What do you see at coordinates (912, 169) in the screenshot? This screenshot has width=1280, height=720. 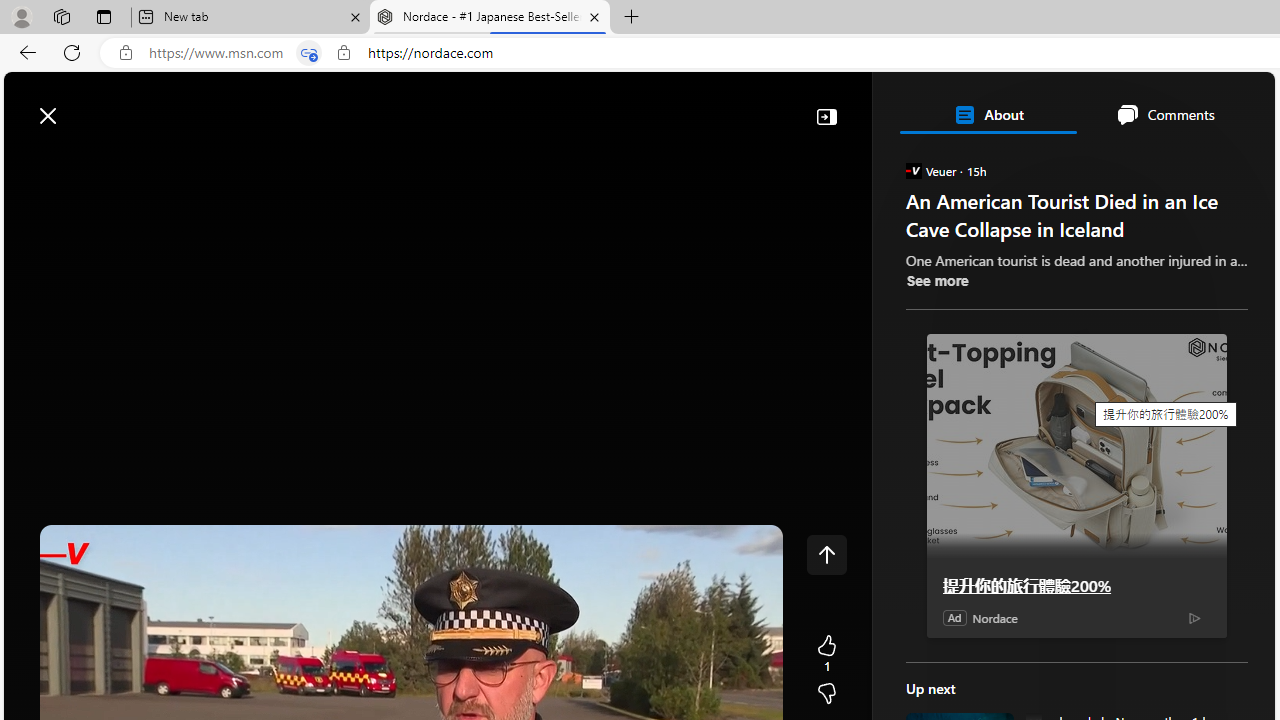 I see `'Veuer'` at bounding box center [912, 169].